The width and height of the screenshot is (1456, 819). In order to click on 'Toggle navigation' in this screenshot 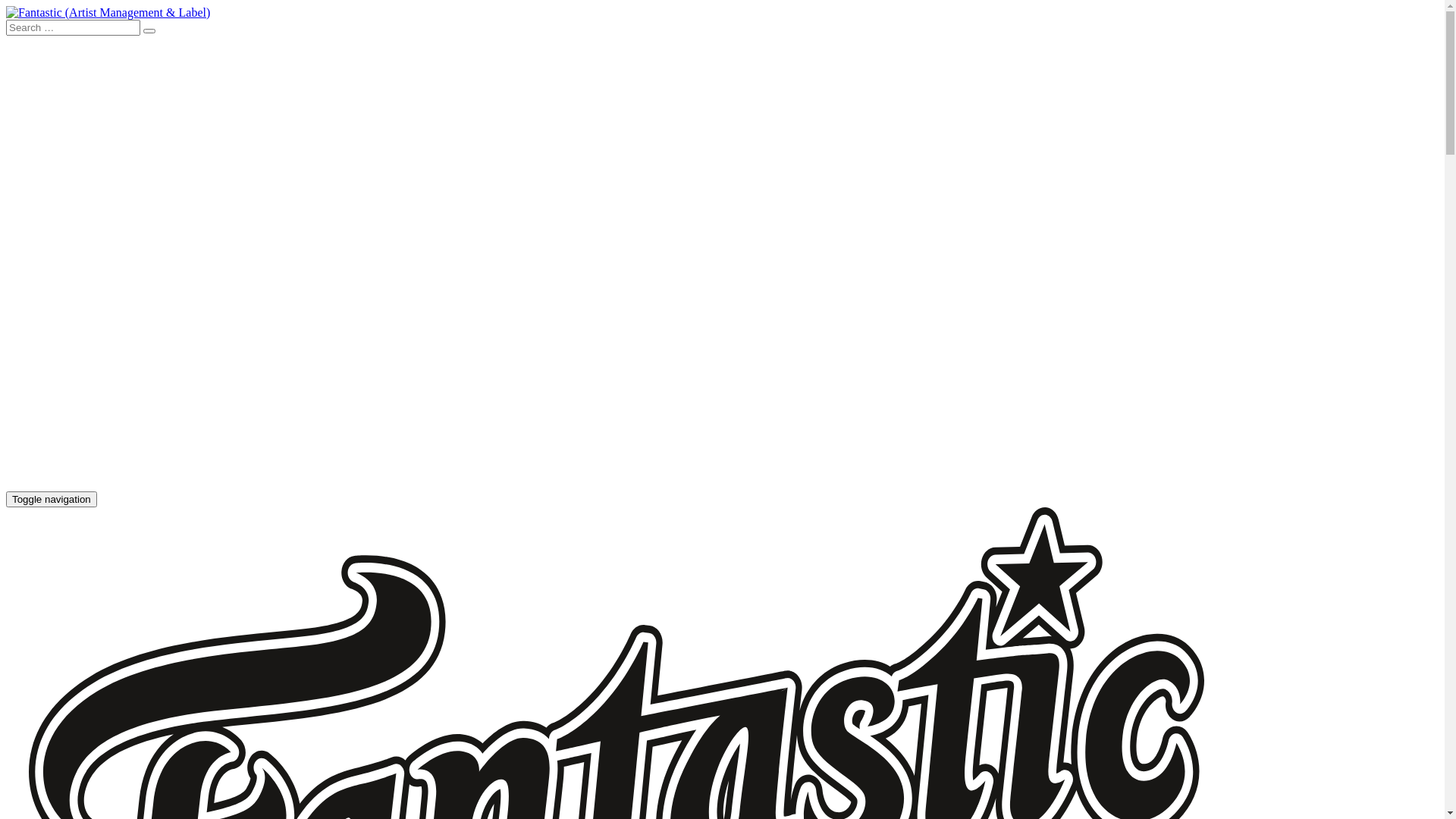, I will do `click(51, 499)`.